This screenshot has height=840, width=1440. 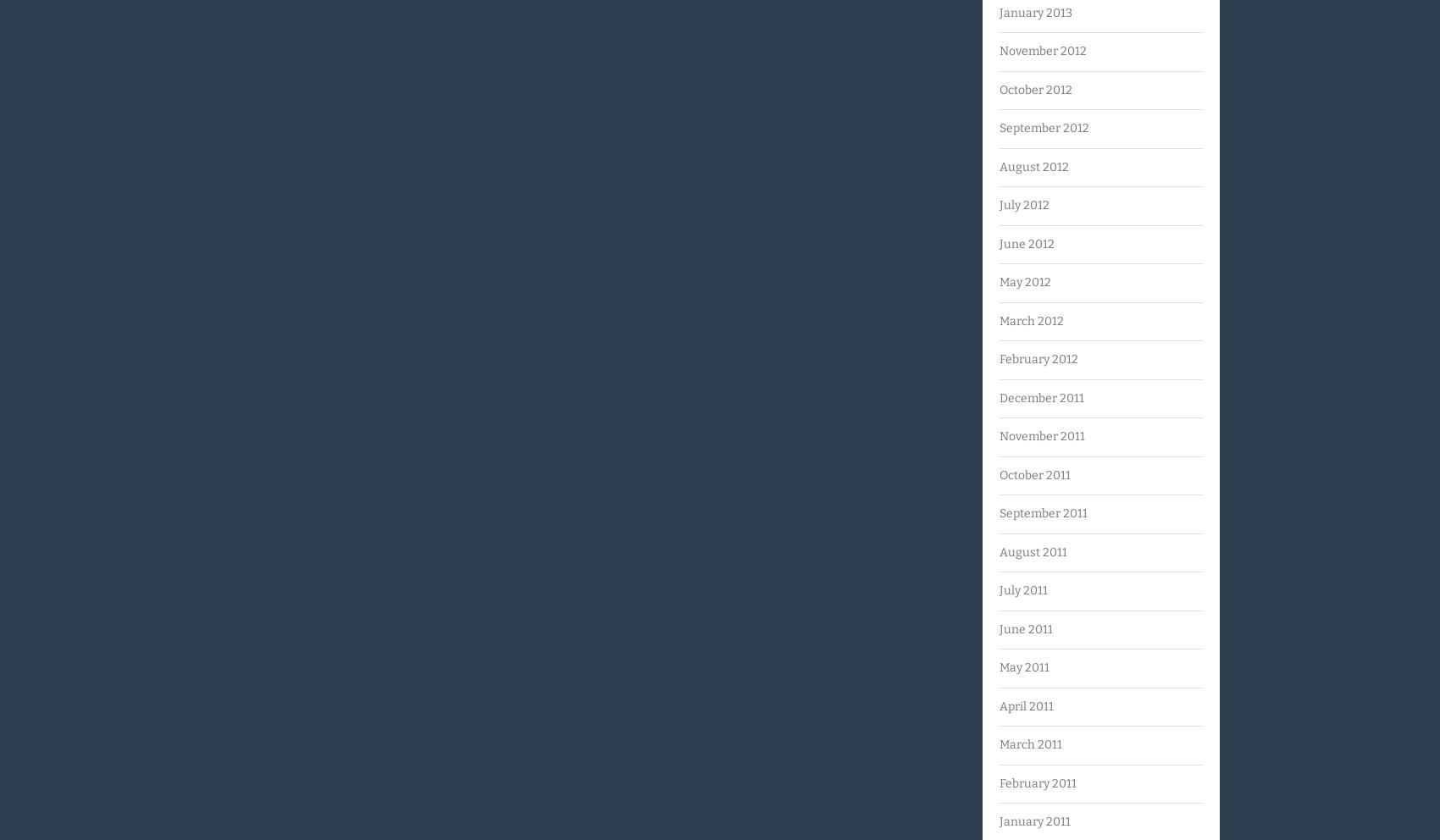 What do you see at coordinates (1044, 128) in the screenshot?
I see `'September 2012'` at bounding box center [1044, 128].